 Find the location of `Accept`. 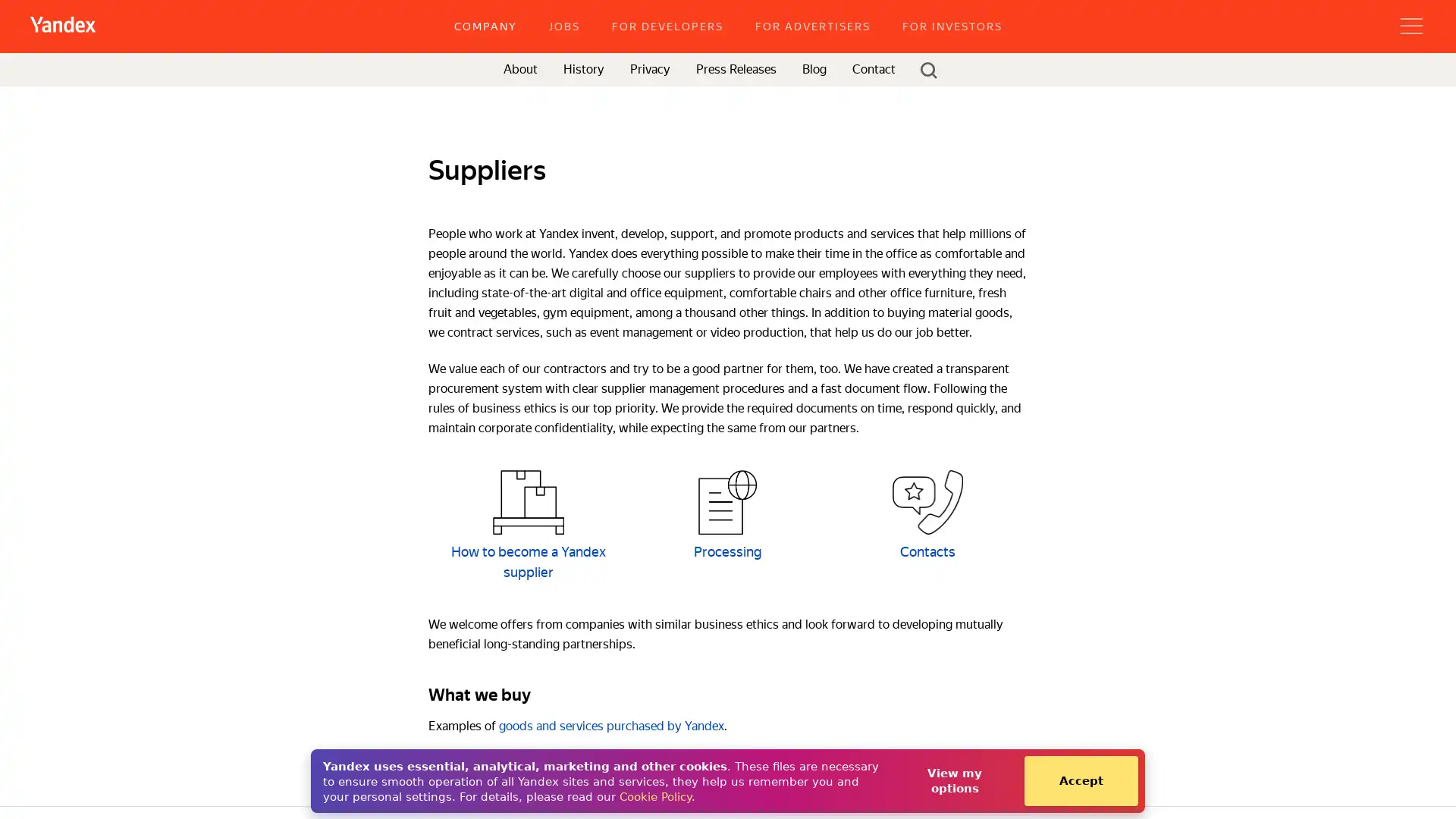

Accept is located at coordinates (1080, 780).